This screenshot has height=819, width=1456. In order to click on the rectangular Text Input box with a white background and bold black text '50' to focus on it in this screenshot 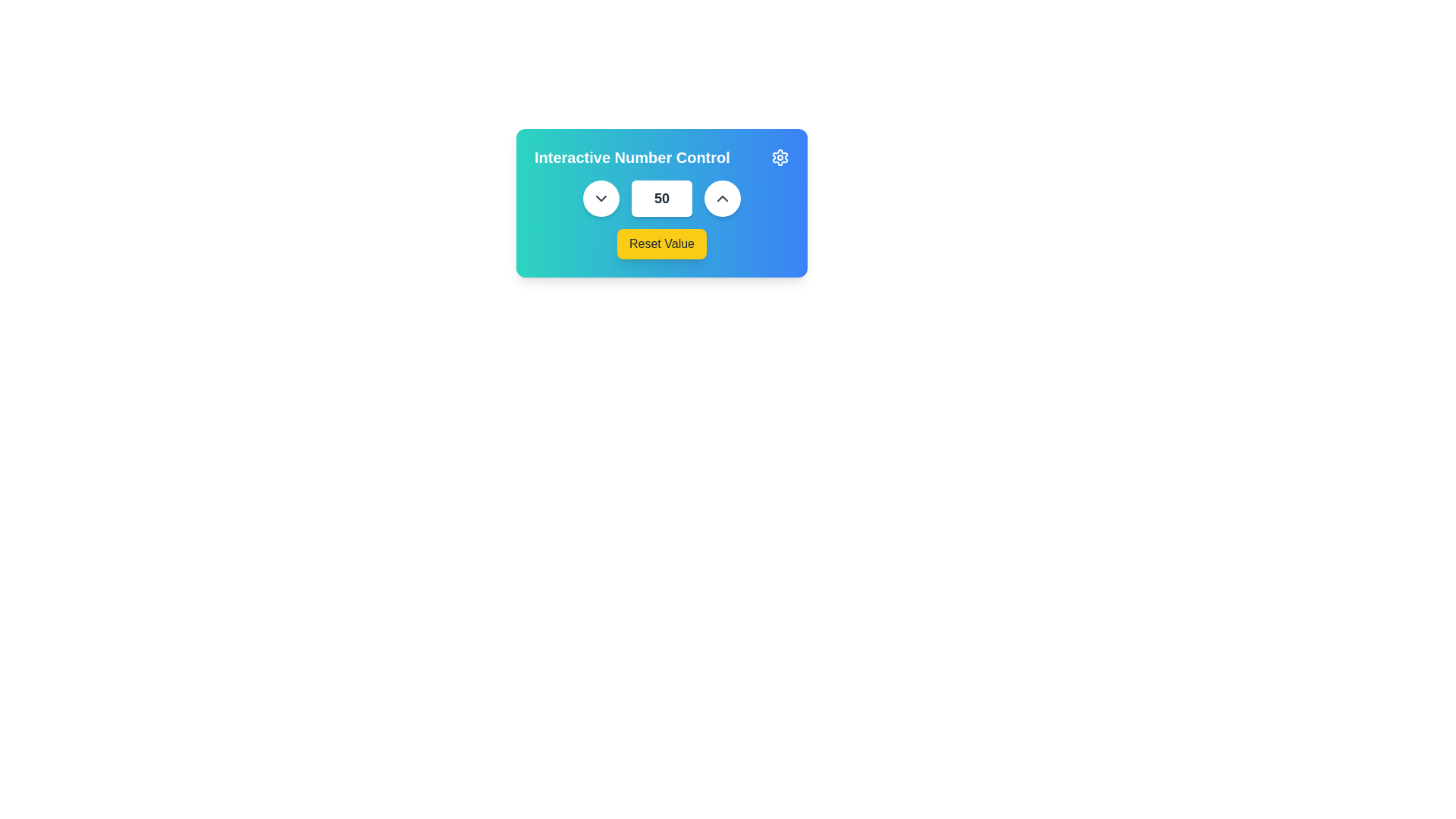, I will do `click(662, 198)`.